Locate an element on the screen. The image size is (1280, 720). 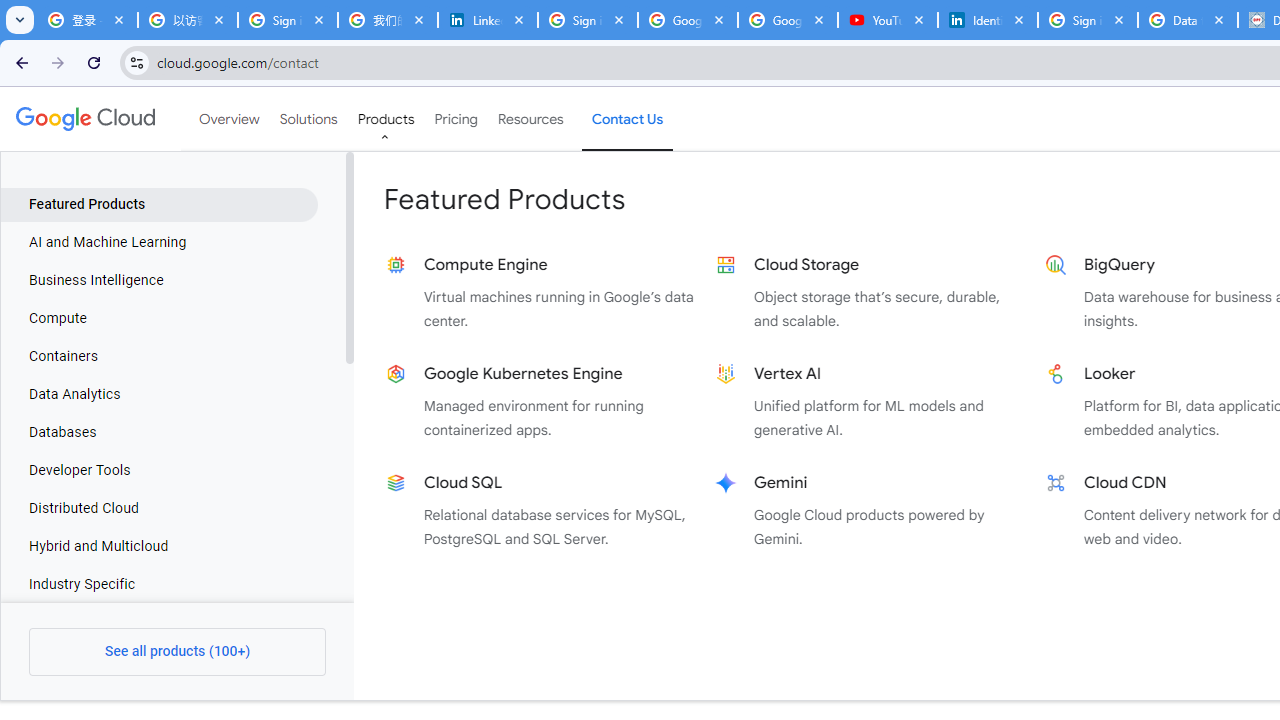
'Products' is located at coordinates (385, 119).